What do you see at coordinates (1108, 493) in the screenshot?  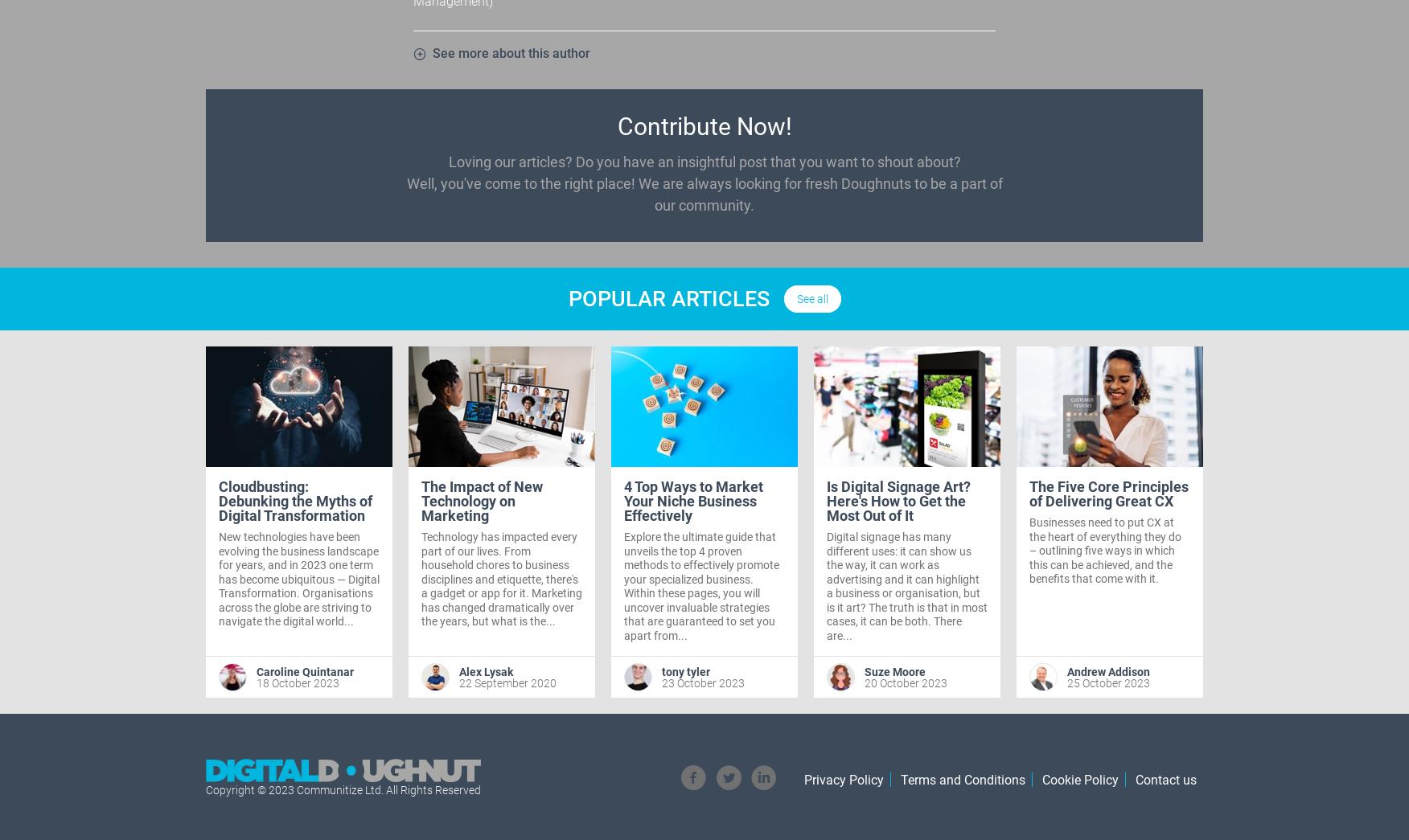 I see `'The Five Core Principles of Delivering Great CX'` at bounding box center [1108, 493].